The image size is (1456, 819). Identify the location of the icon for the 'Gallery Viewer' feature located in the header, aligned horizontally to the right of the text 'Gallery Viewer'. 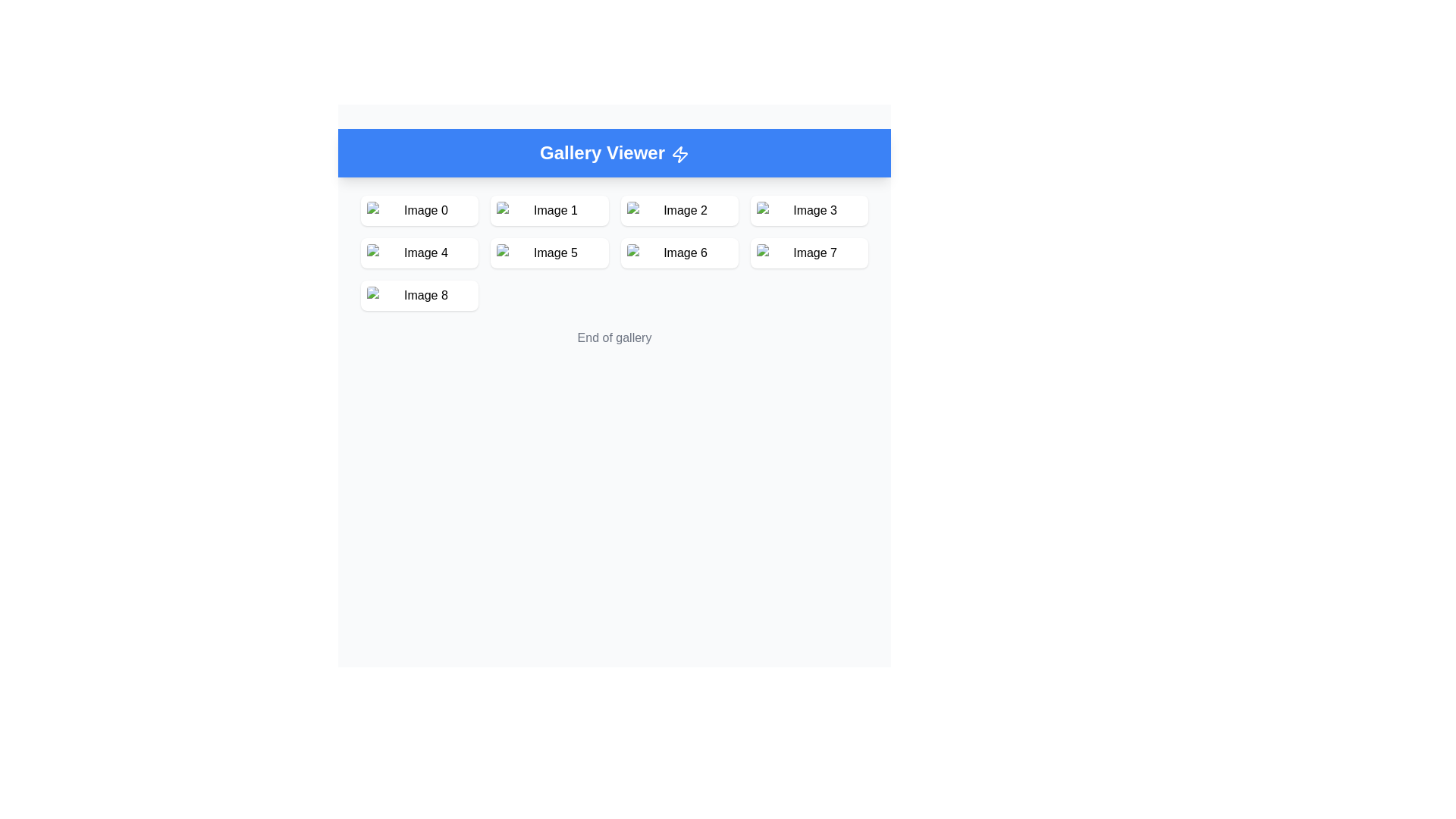
(679, 154).